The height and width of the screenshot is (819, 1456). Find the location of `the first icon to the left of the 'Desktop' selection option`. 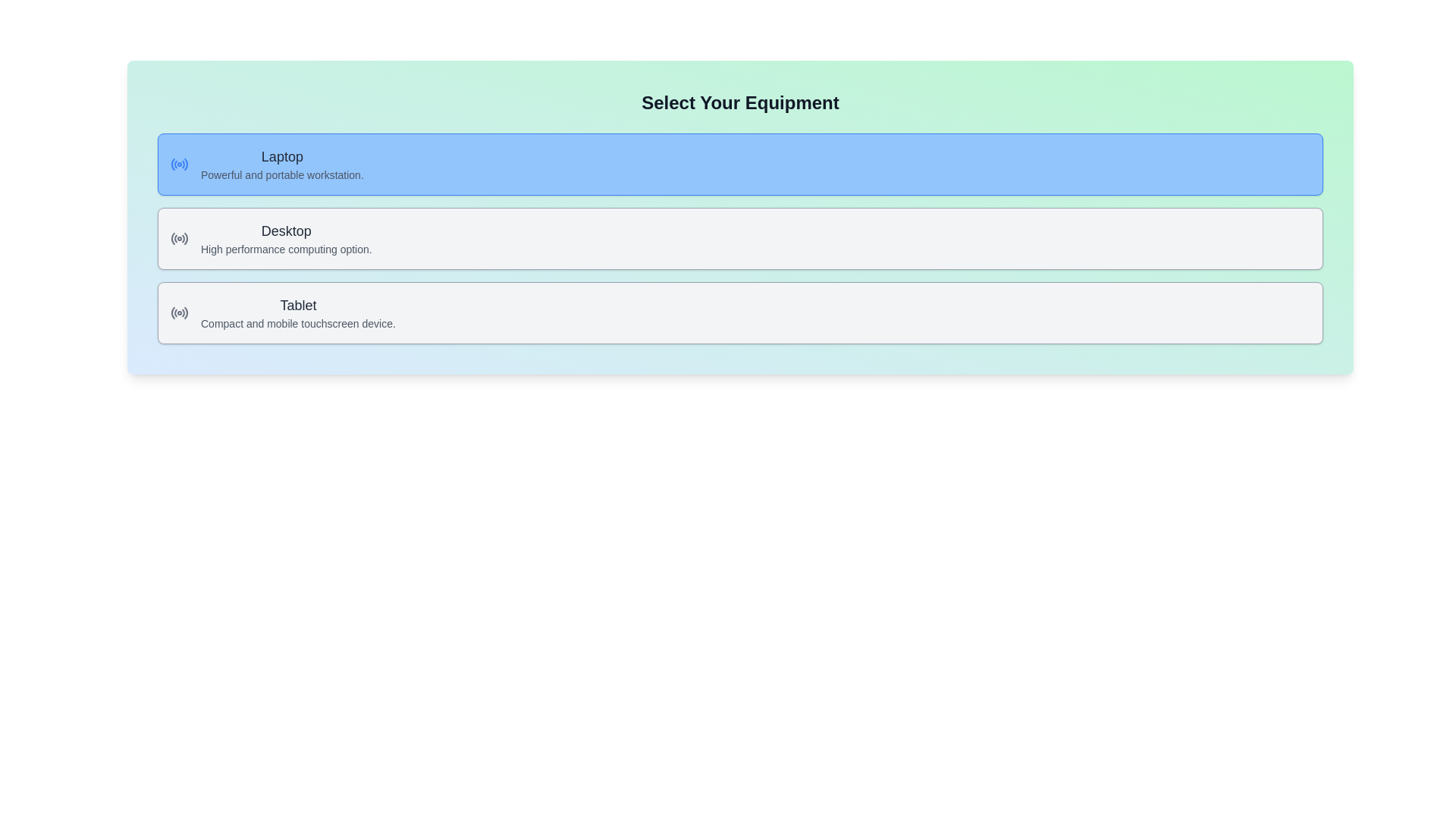

the first icon to the left of the 'Desktop' selection option is located at coordinates (179, 239).